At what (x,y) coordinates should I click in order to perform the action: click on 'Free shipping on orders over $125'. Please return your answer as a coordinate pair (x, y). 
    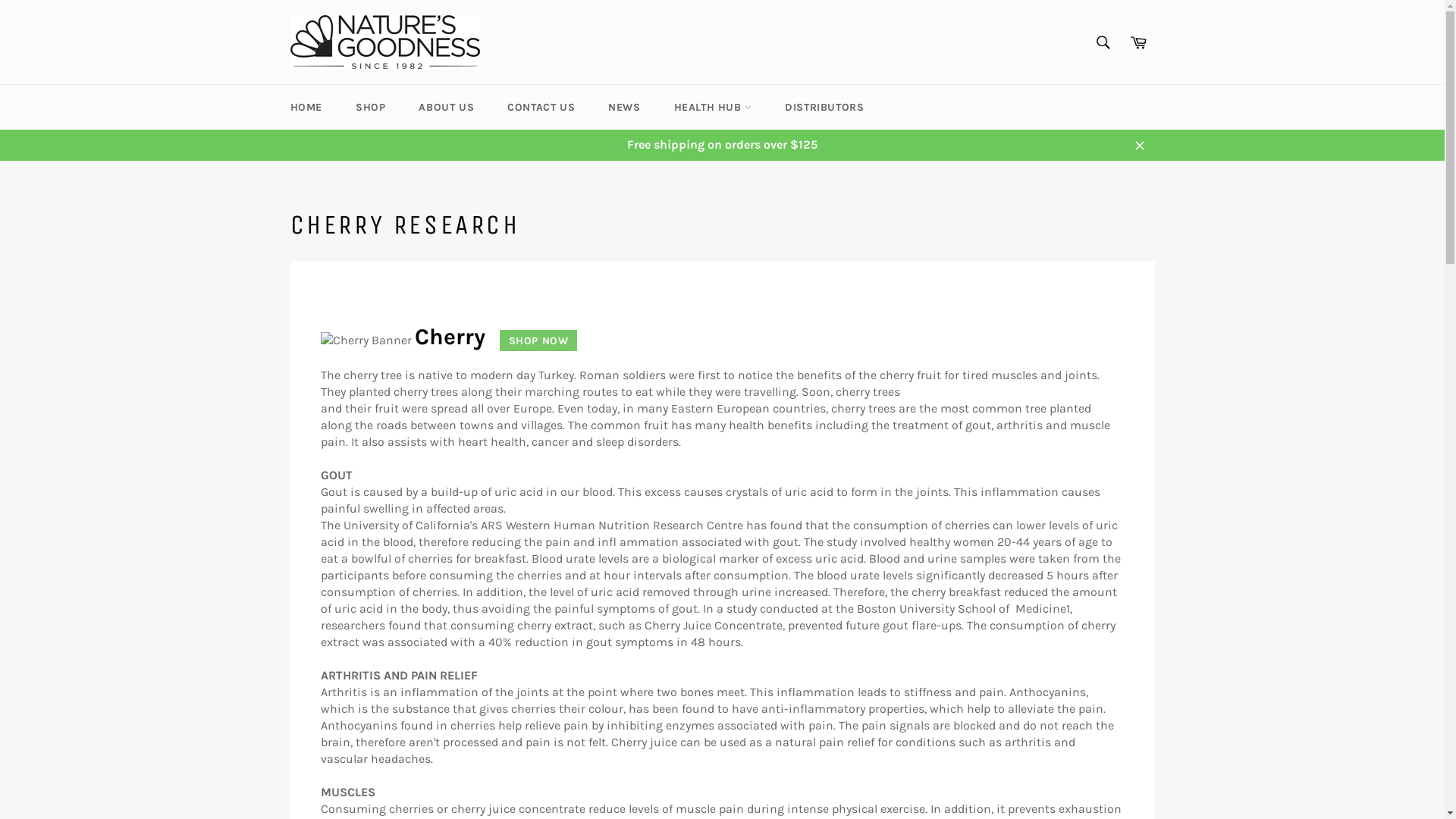
    Looking at the image, I should click on (720, 145).